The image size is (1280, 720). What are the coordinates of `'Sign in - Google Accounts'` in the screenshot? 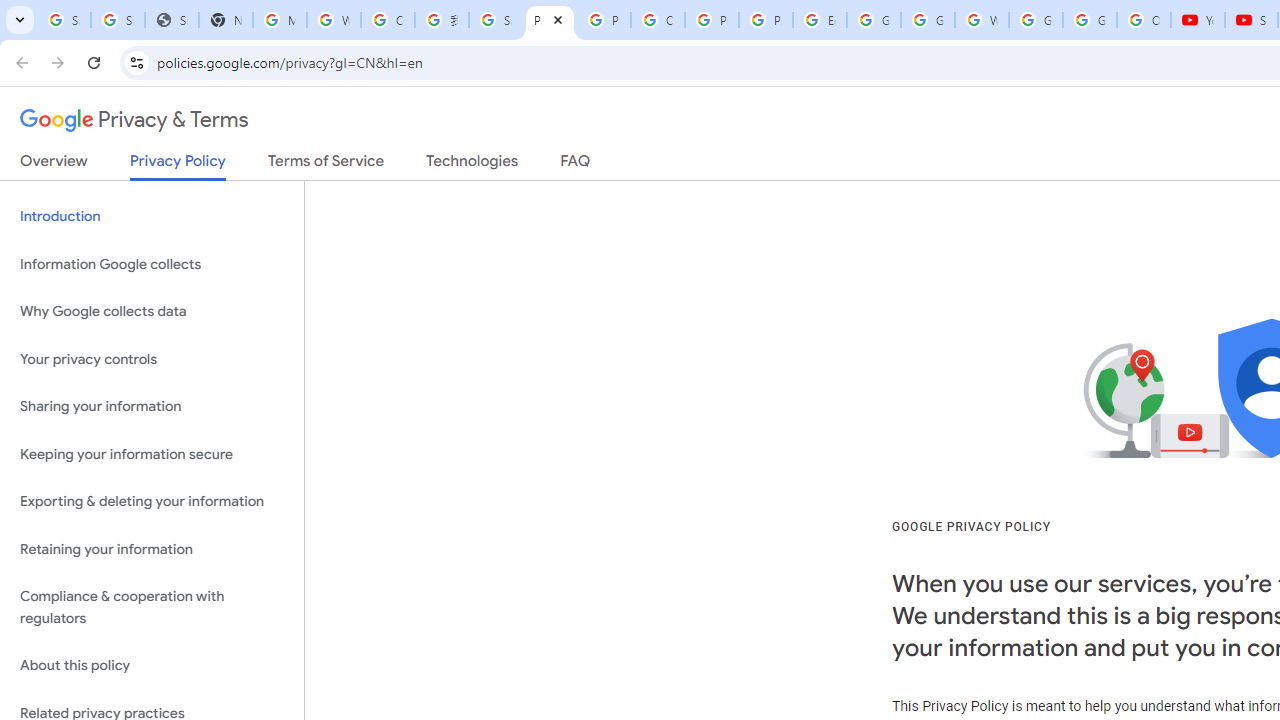 It's located at (496, 20).